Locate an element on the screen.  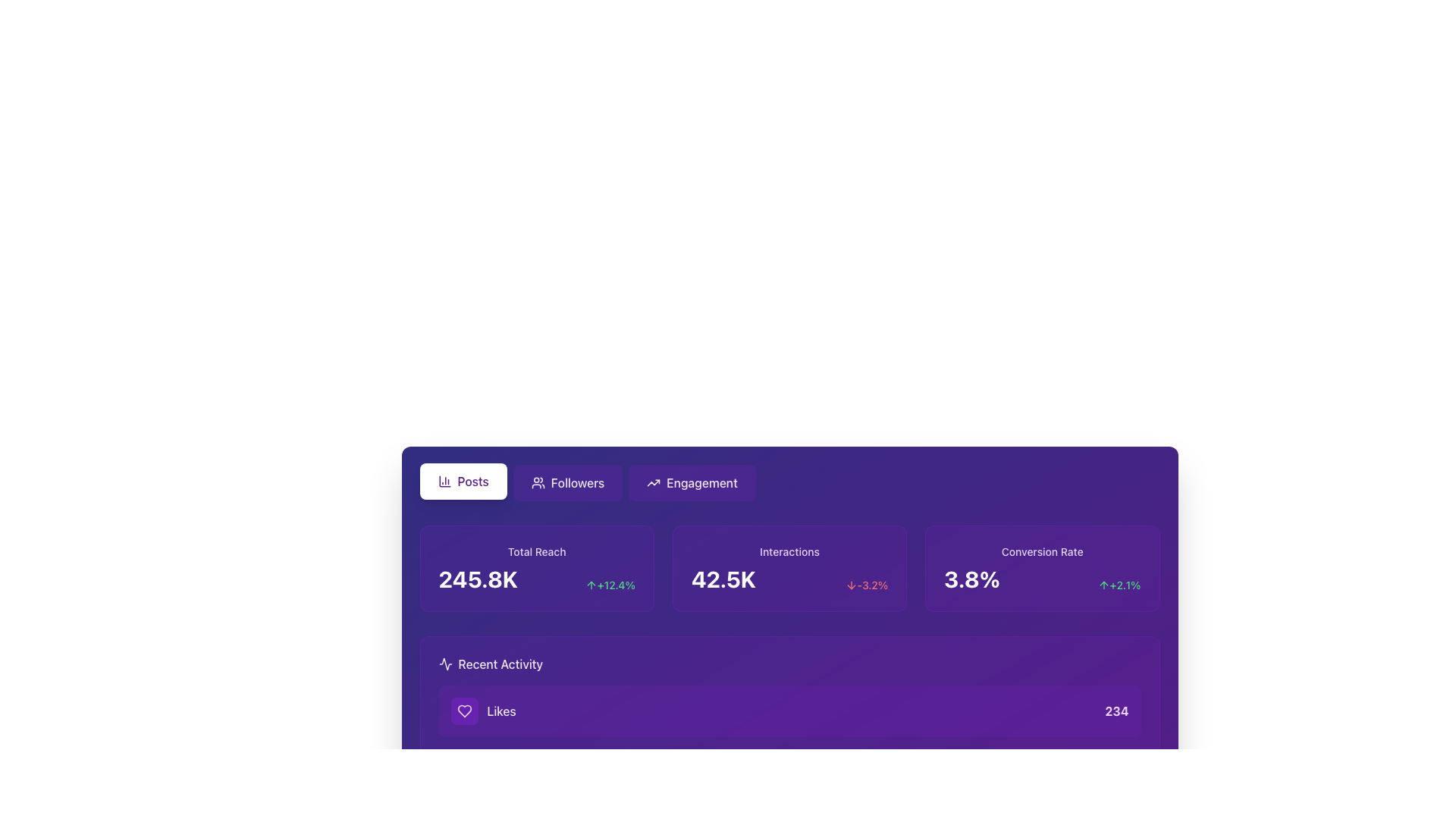
the metrics displayed on the leftmost Metric display card, which has a purple background, shows 'Total Reach' at the top, and a value of '245.8K' centered below it is located at coordinates (537, 568).